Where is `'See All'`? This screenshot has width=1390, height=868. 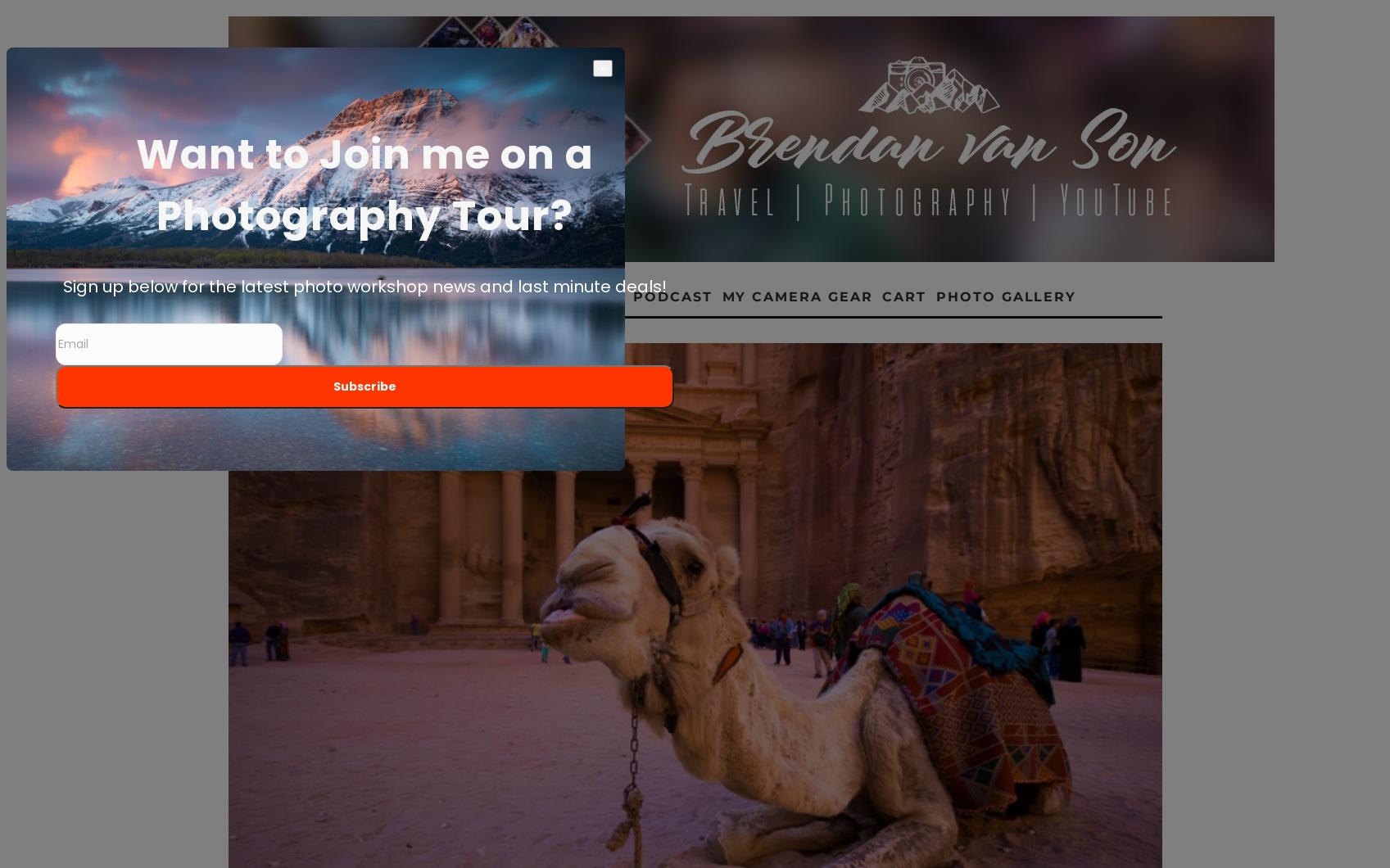
'See All' is located at coordinates (1061, 363).